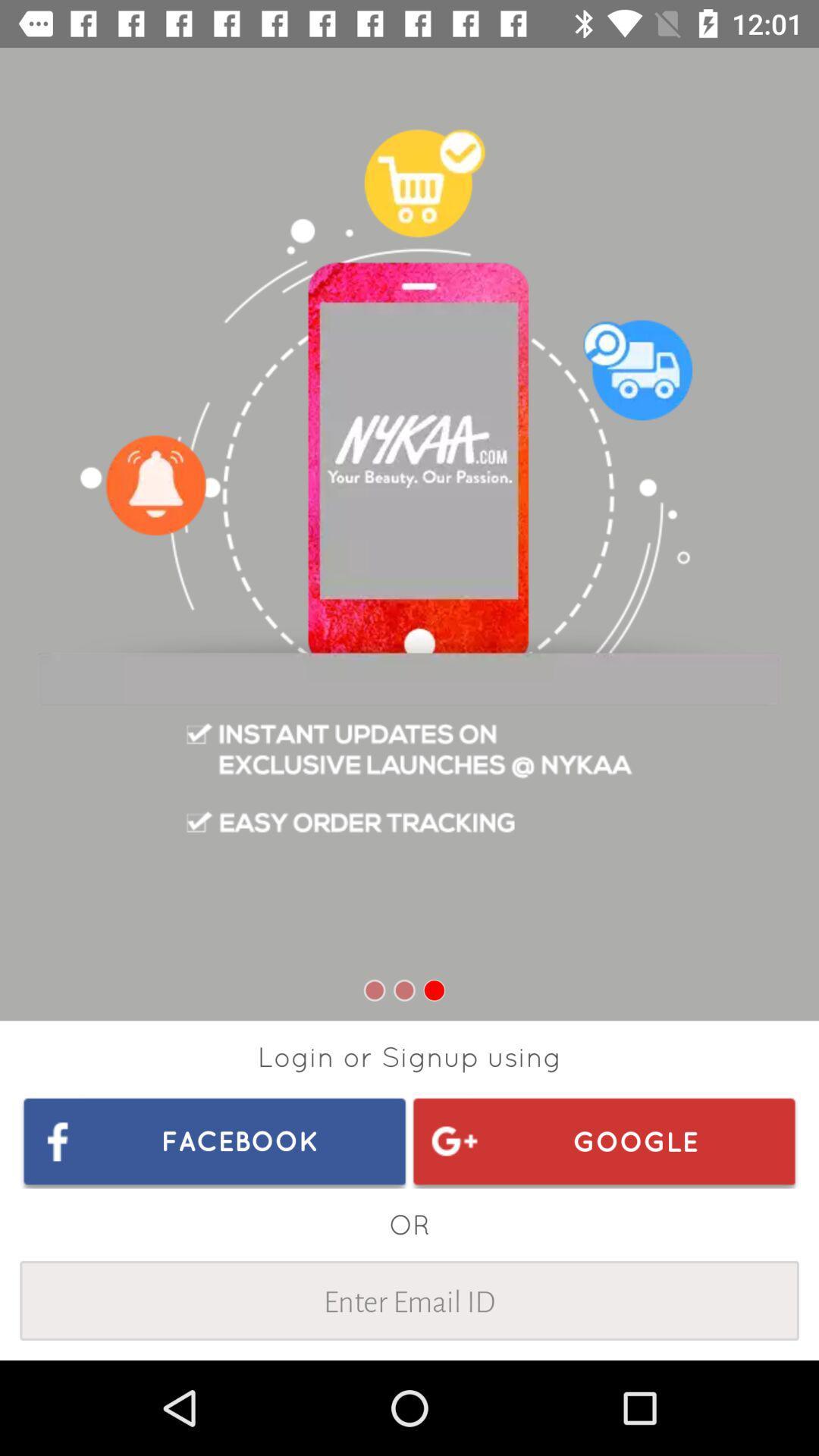 The image size is (819, 1456). What do you see at coordinates (409, 1300) in the screenshot?
I see `enter email id icon` at bounding box center [409, 1300].